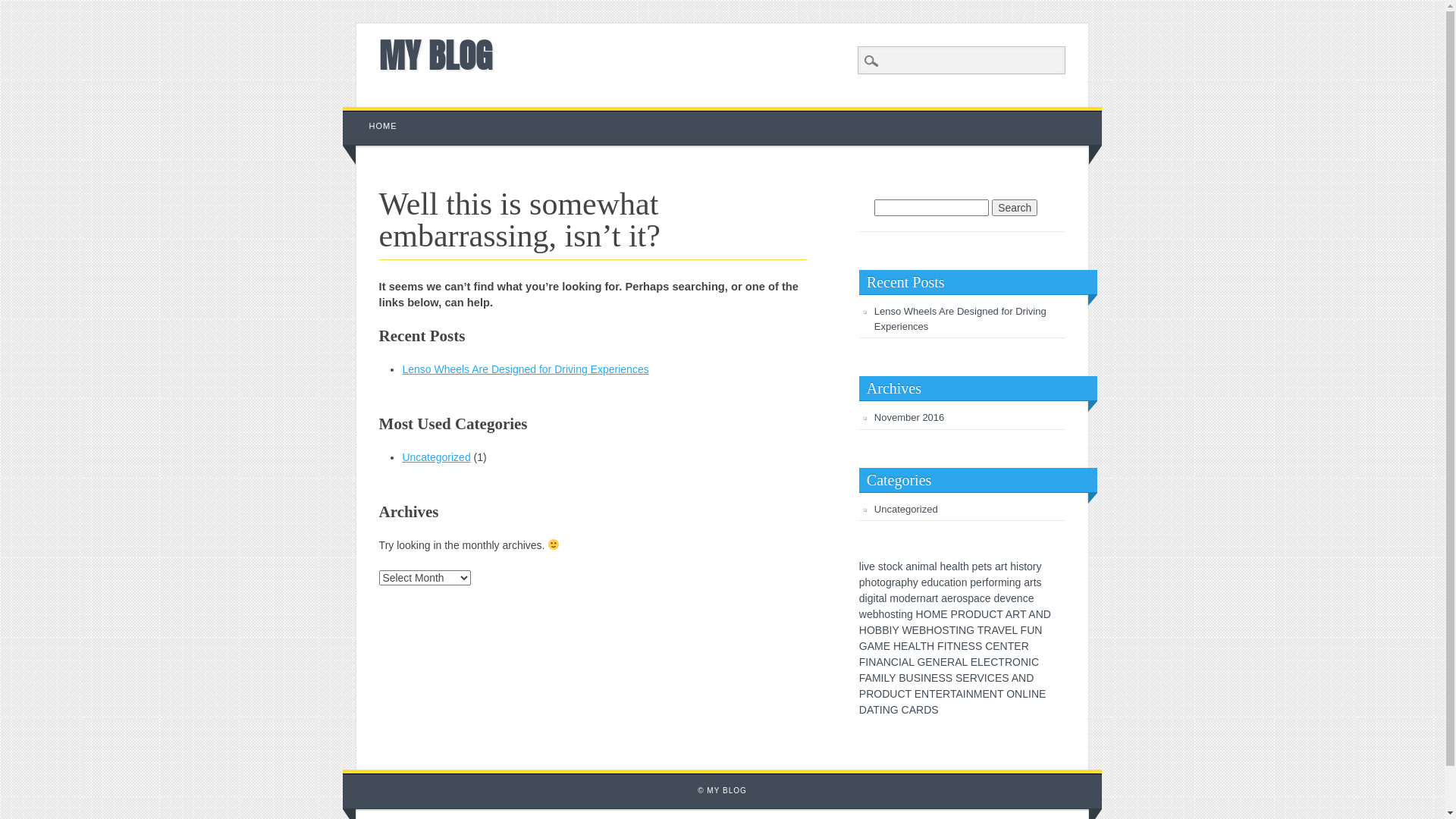 This screenshot has height=819, width=1456. Describe the element at coordinates (1024, 629) in the screenshot. I see `'F'` at that location.